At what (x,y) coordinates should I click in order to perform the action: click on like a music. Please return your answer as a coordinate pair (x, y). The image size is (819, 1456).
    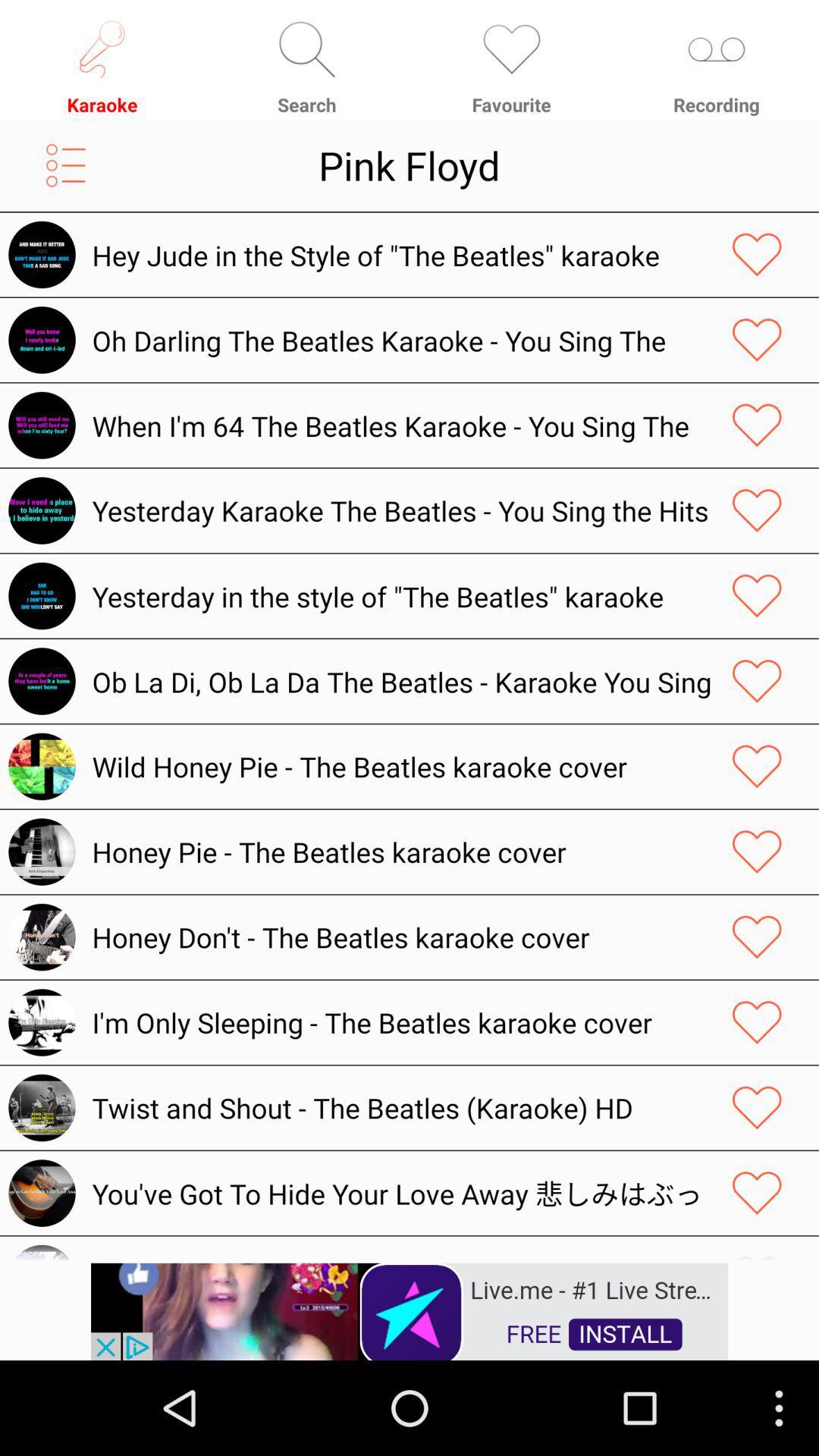
    Looking at the image, I should click on (757, 1107).